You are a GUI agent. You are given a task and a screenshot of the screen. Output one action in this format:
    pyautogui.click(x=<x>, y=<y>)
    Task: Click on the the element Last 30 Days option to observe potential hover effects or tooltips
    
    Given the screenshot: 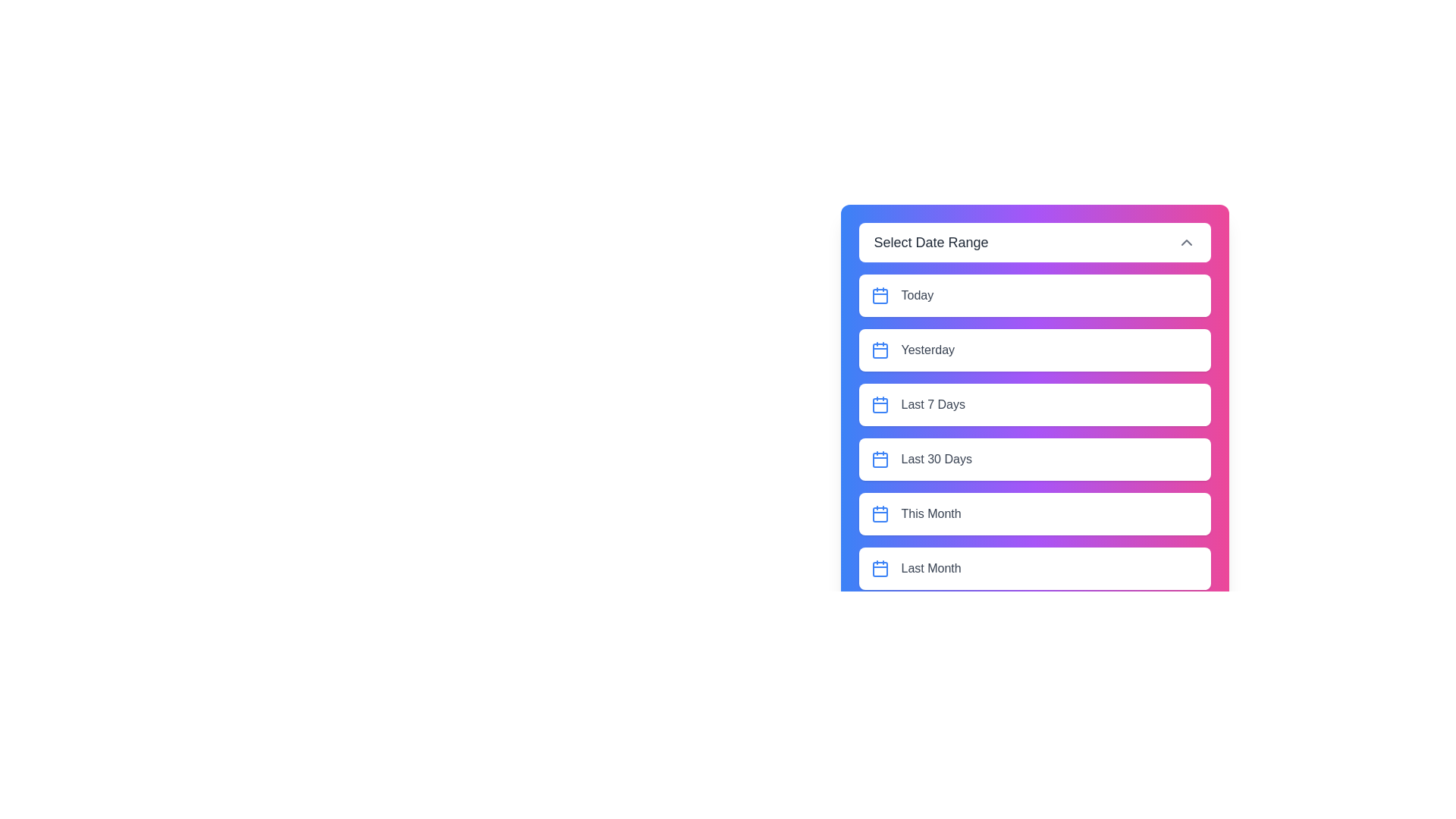 What is the action you would take?
    pyautogui.click(x=1034, y=458)
    